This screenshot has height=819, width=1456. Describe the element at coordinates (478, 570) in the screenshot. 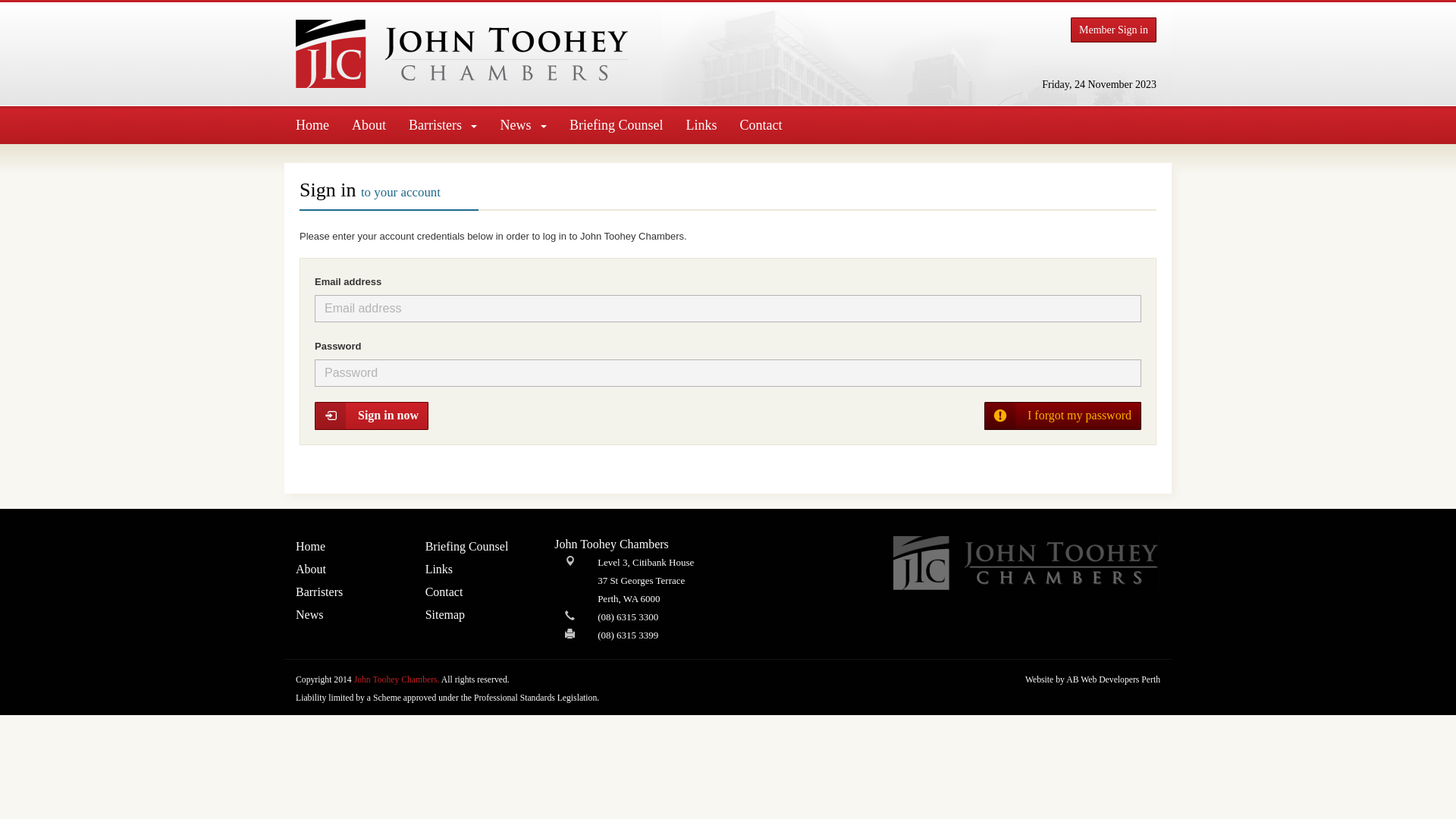

I see `'Links'` at that location.